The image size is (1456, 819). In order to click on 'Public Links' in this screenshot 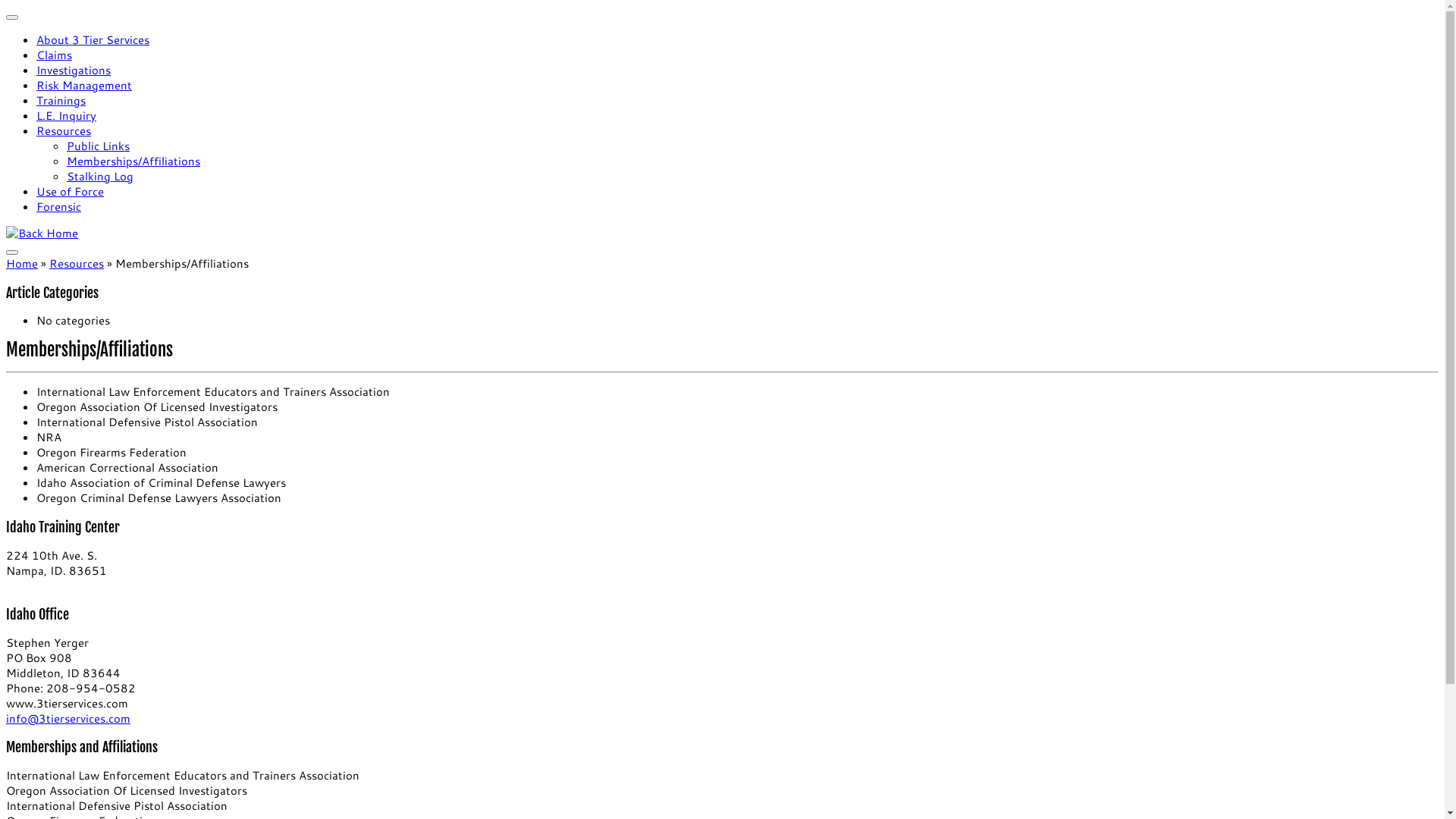, I will do `click(97, 146)`.